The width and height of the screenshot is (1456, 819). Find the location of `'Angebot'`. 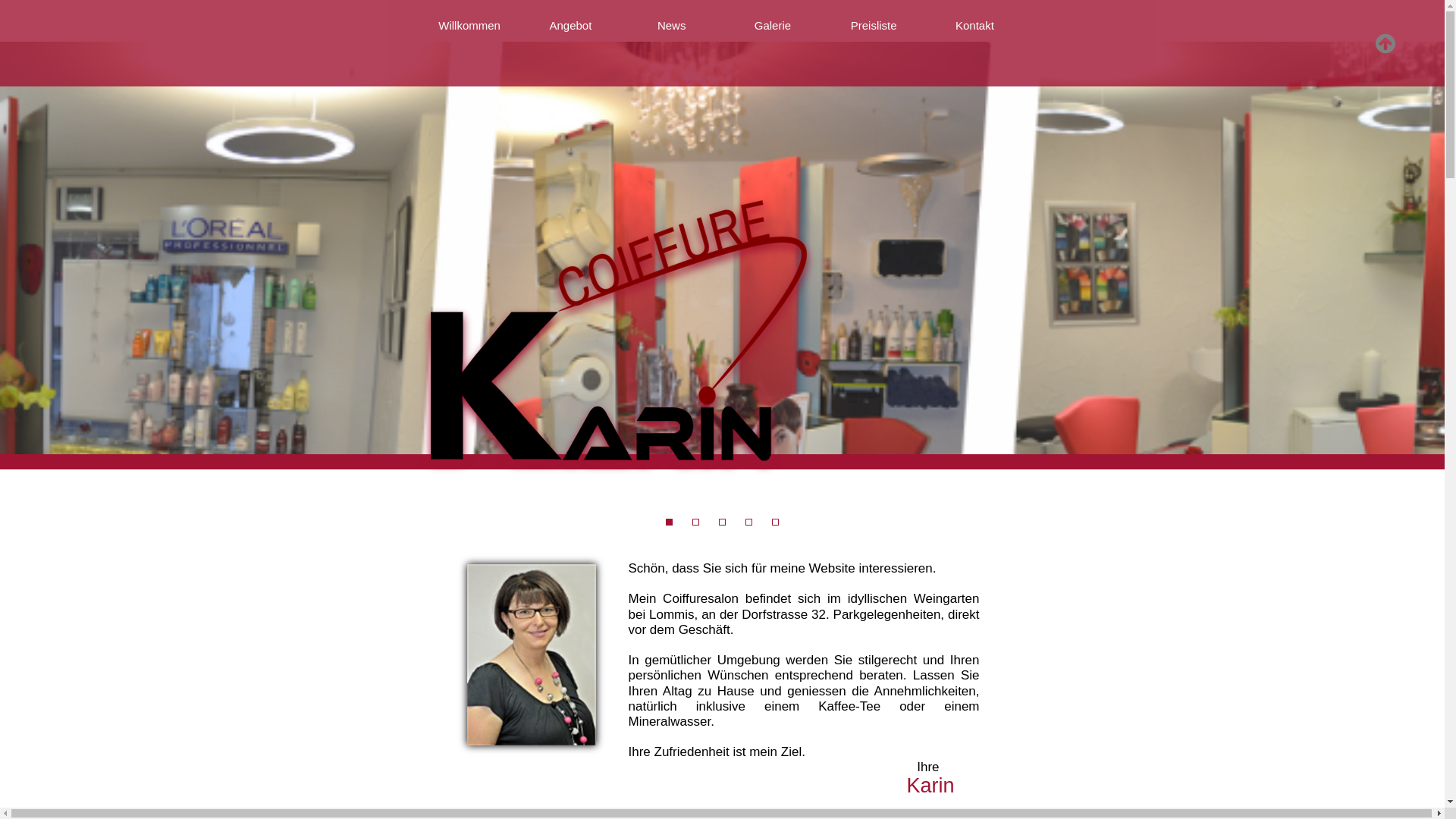

'Angebot' is located at coordinates (570, 26).